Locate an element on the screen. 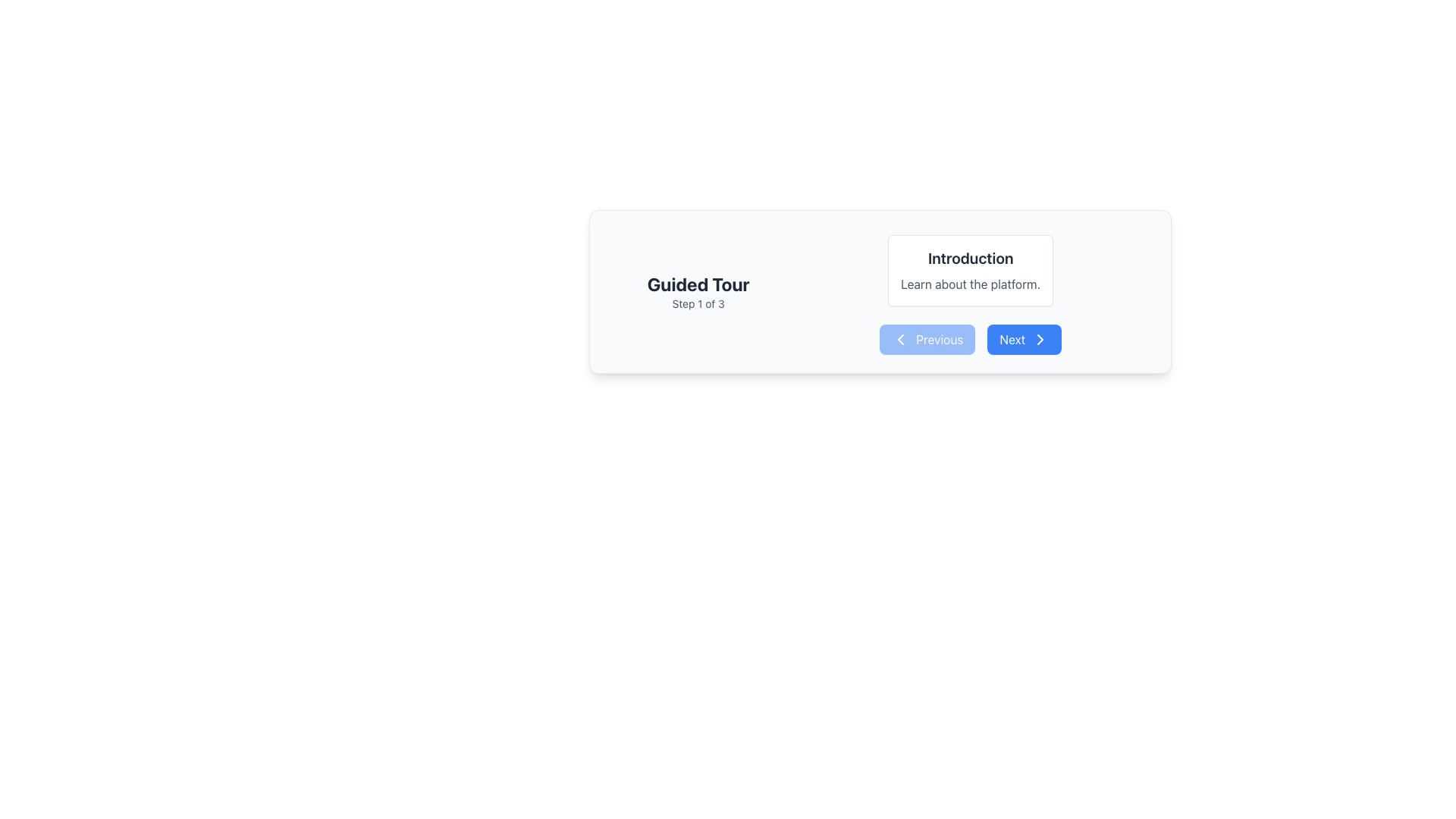 This screenshot has height=819, width=1456. the 'Previous' button in the Navigation Button Group located at the bottom center of the interface is located at coordinates (971, 338).